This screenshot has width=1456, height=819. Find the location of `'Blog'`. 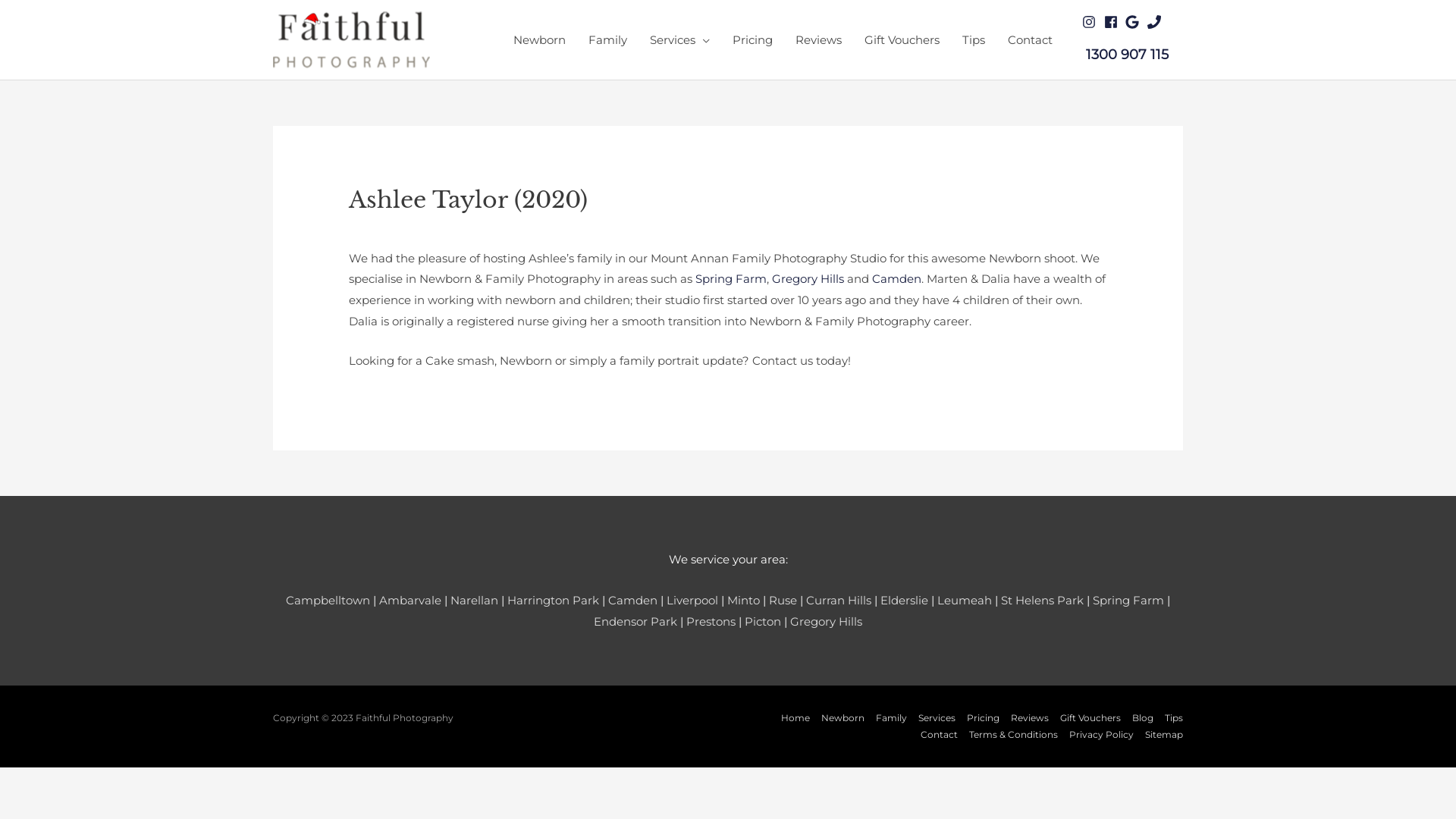

'Blog' is located at coordinates (1138, 717).